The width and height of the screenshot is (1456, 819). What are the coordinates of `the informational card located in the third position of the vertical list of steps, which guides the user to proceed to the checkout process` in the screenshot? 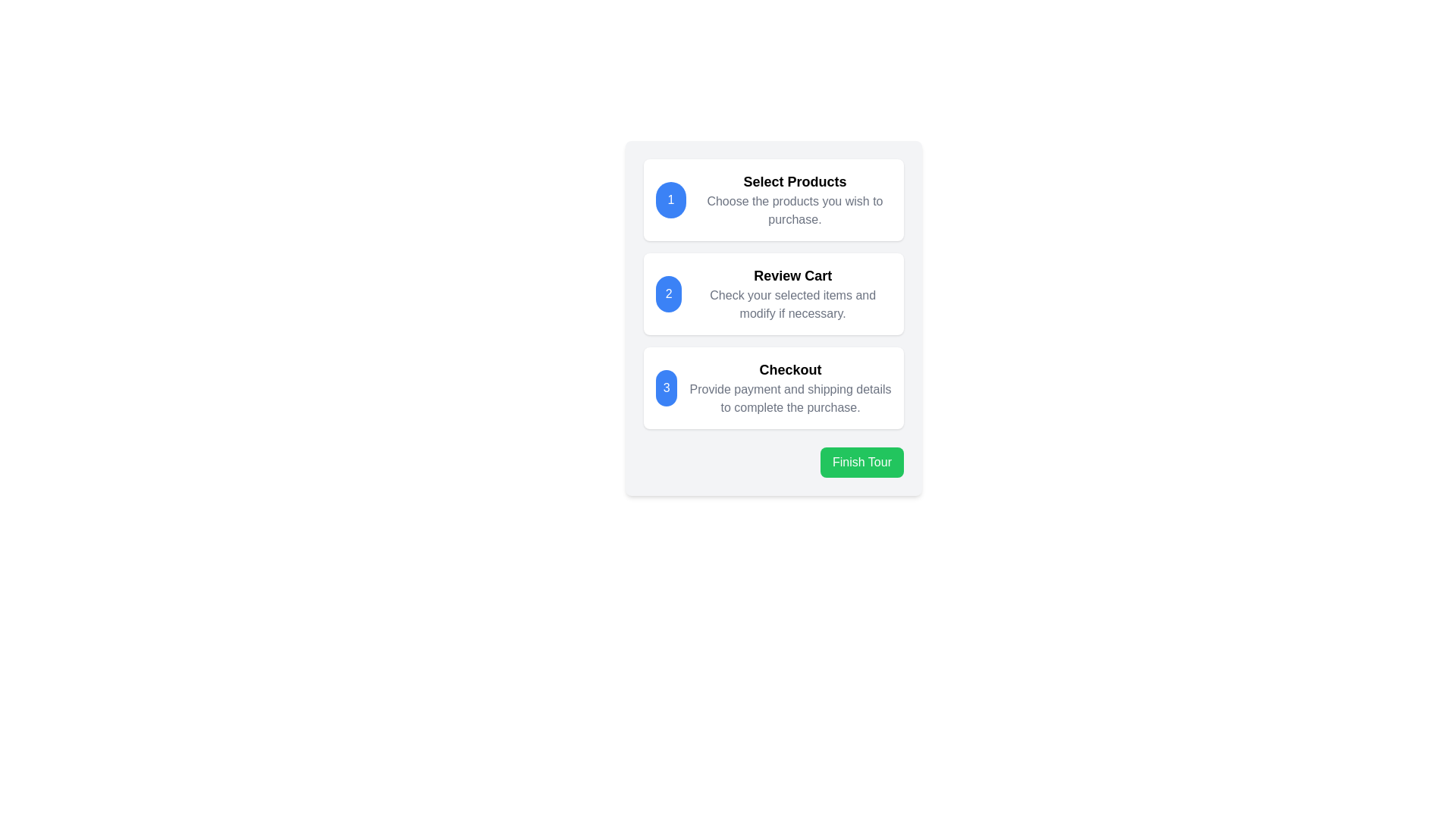 It's located at (773, 388).